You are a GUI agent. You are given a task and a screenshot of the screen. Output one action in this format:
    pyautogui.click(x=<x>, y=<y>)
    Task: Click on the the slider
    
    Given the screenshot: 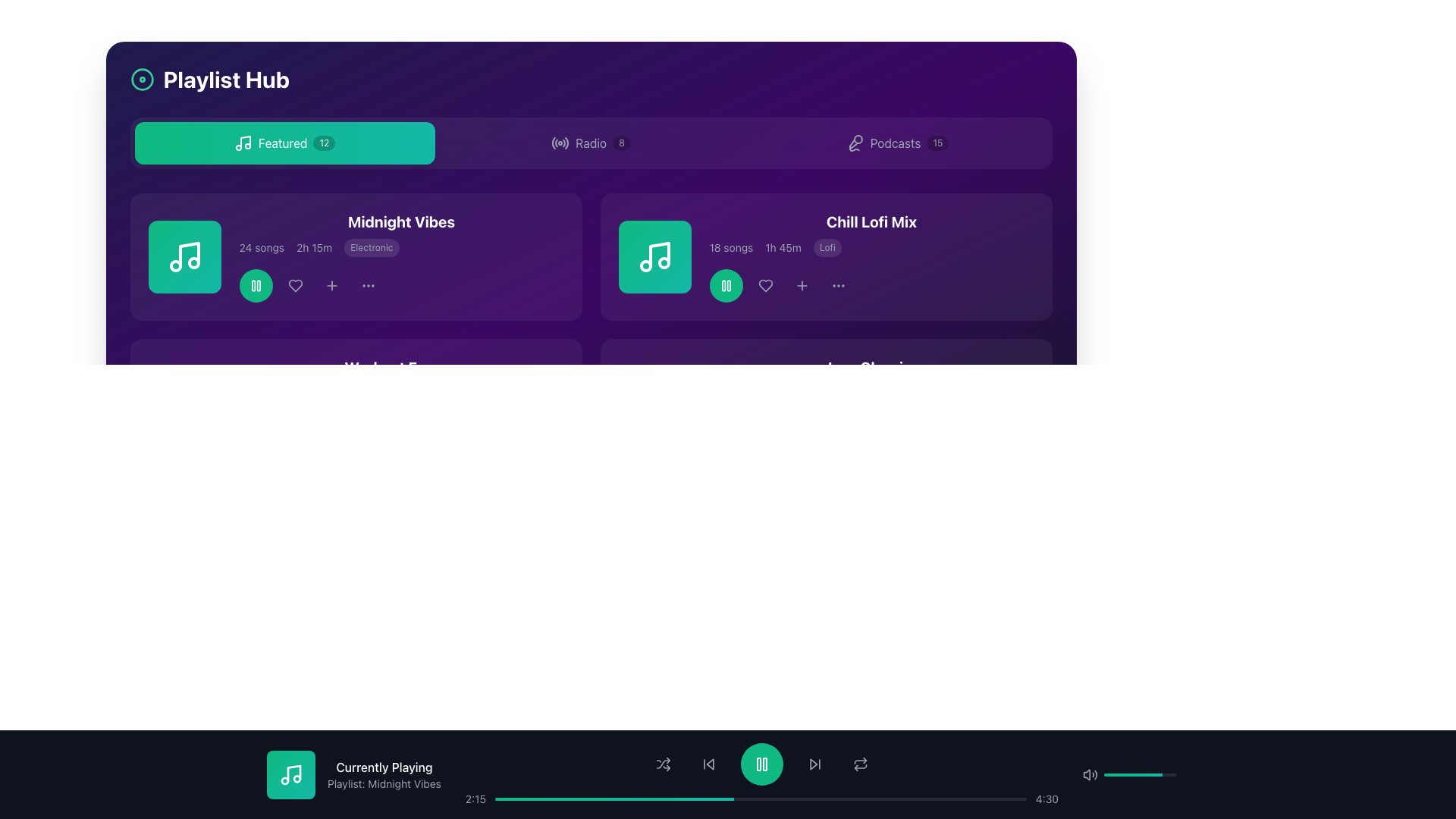 What is the action you would take?
    pyautogui.click(x=1133, y=775)
    